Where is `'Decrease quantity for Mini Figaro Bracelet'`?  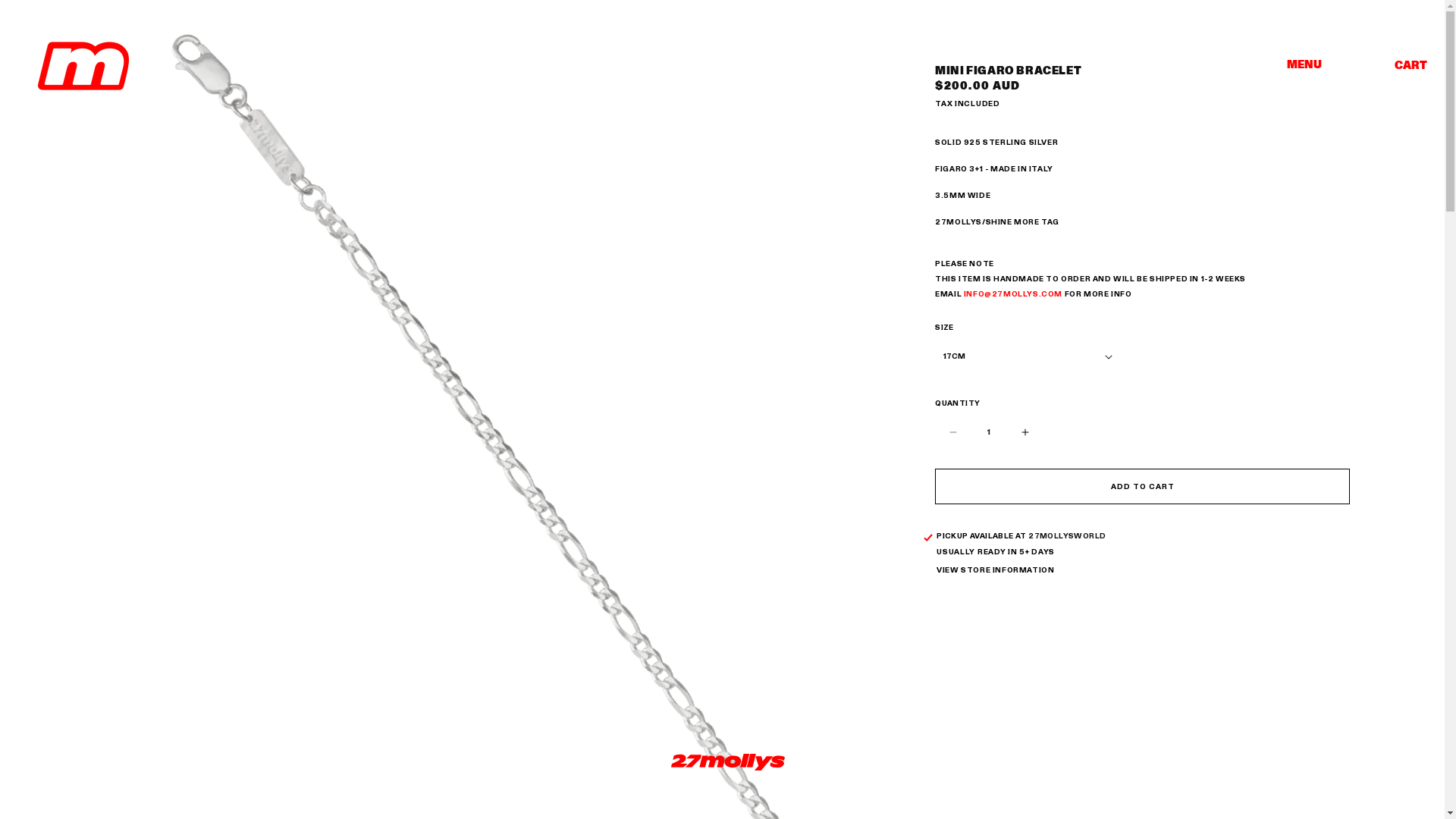 'Decrease quantity for Mini Figaro Bracelet' is located at coordinates (952, 431).